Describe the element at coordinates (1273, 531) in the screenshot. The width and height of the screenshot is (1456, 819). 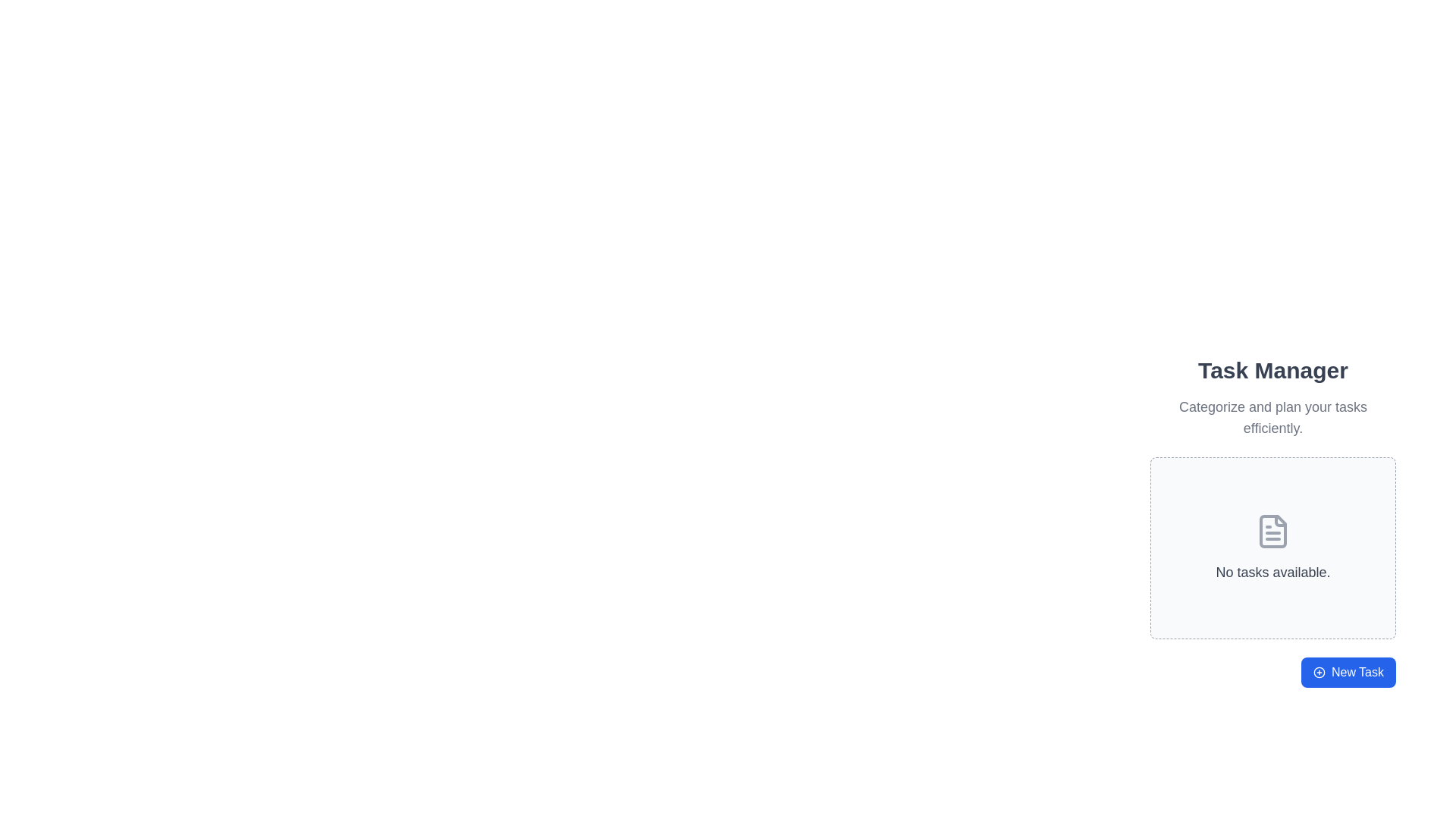
I see `the Decorative icon, which resembles a document with lines representing text, located centrally within the bordered area labeled 'No tasks available.'` at that location.